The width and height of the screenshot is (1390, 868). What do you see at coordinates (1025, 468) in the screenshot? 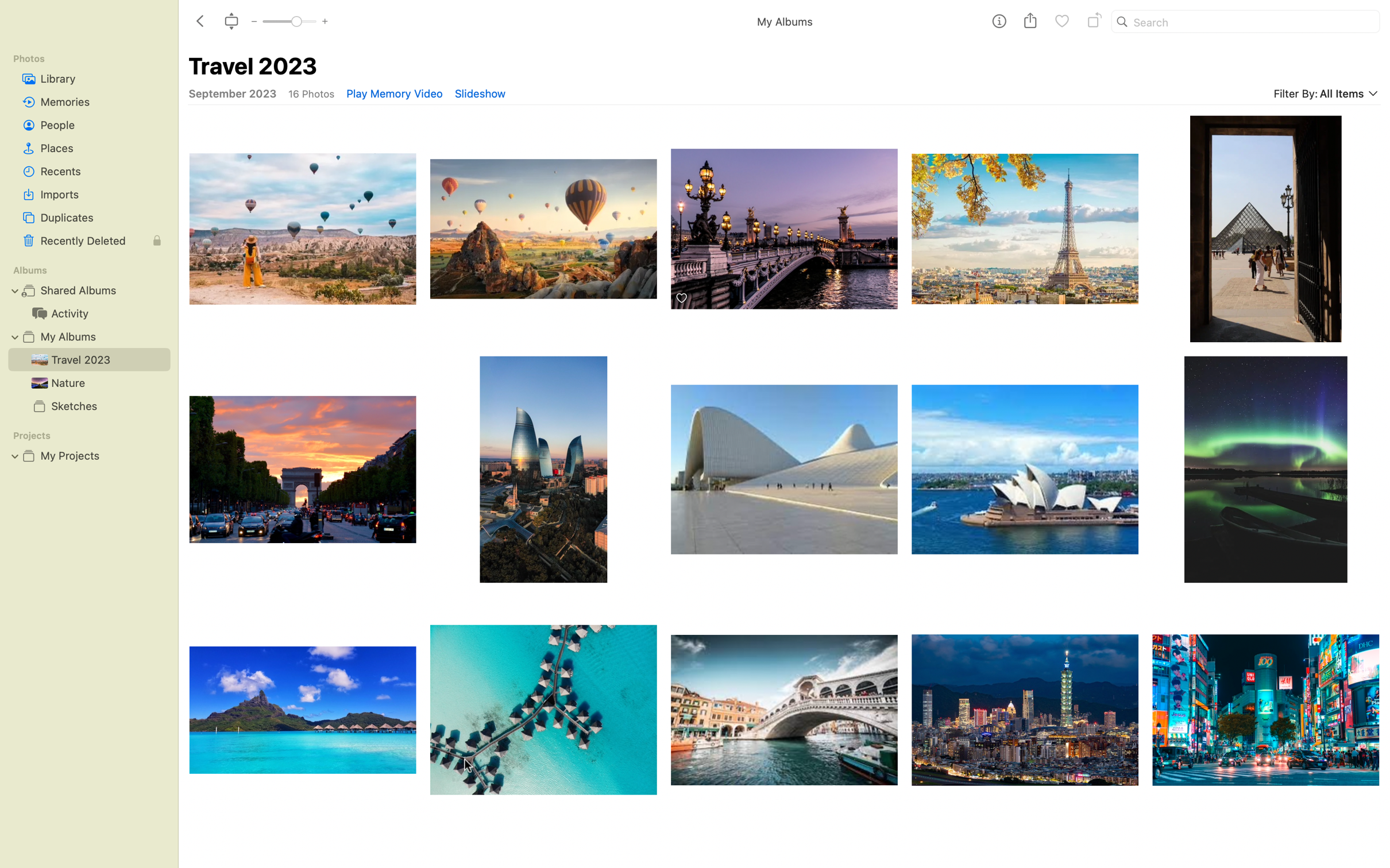
I see `Thrice rotate the image of Sydney"s lotus temple` at bounding box center [1025, 468].